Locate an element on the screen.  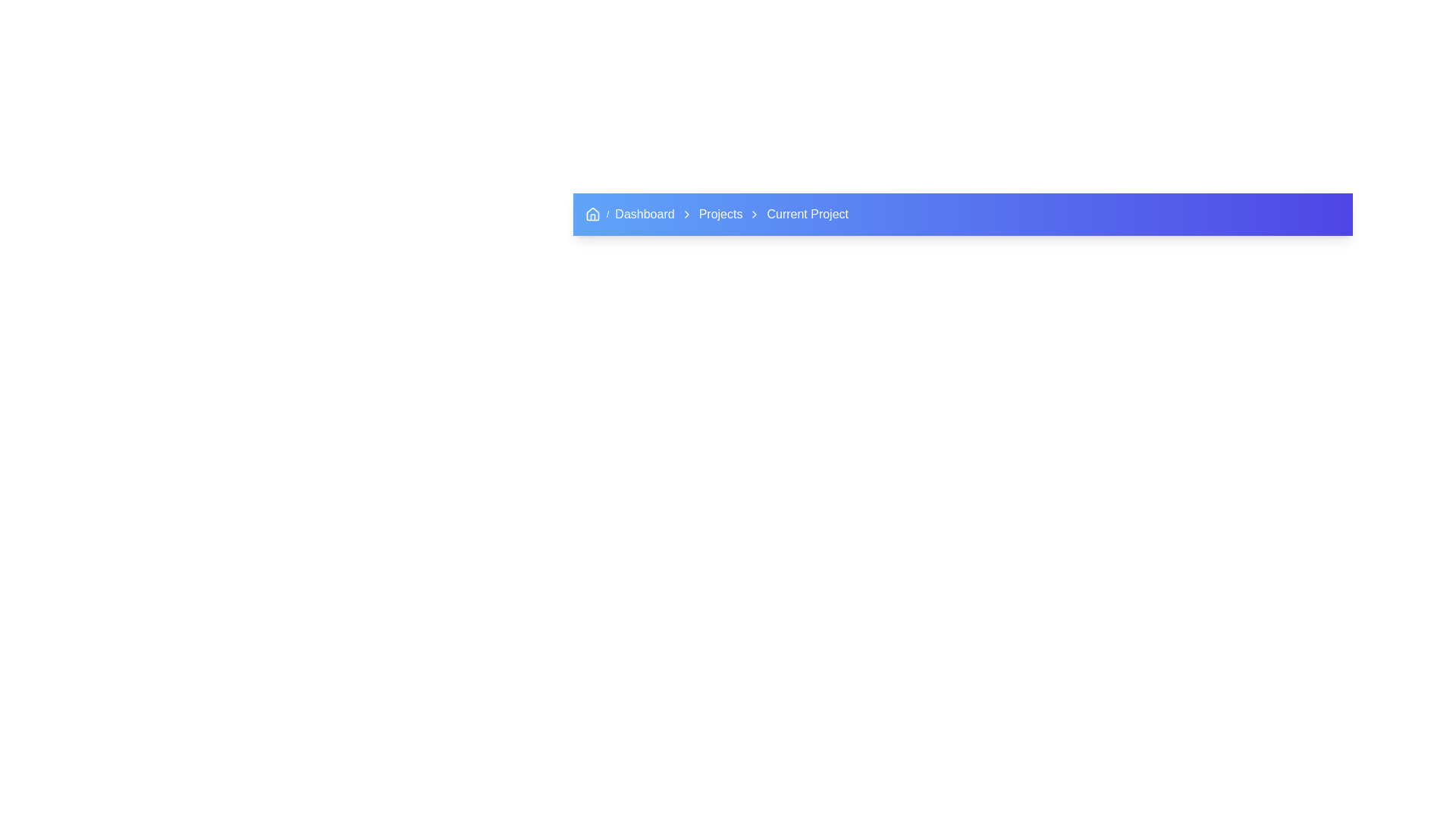
text of the breadcrumb navigation label indicating the current page or section, positioned to the right of the 'Projects' label is located at coordinates (807, 214).